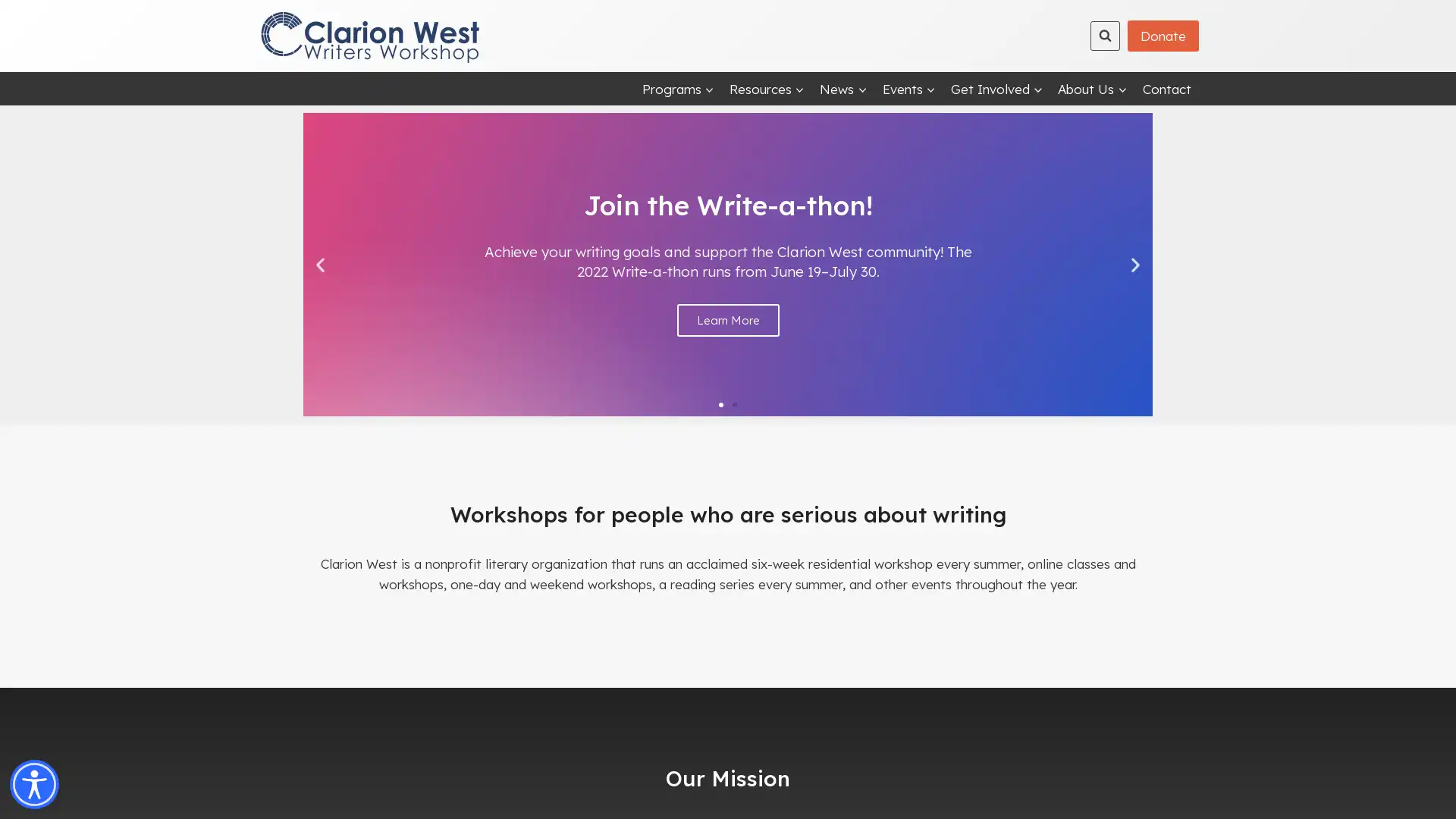  I want to click on Next slide, so click(1135, 263).